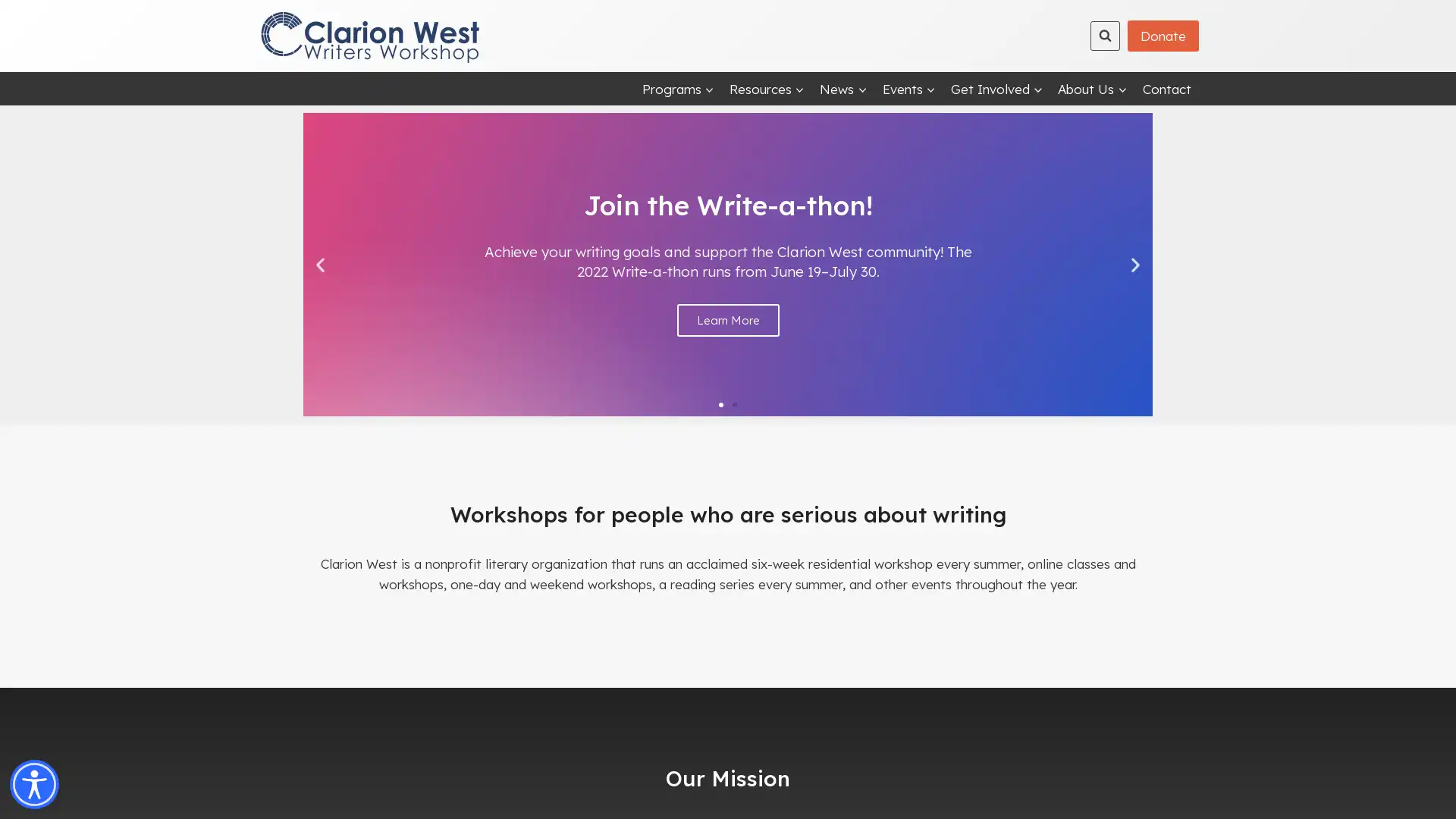  I want to click on Next slide, so click(1135, 263).